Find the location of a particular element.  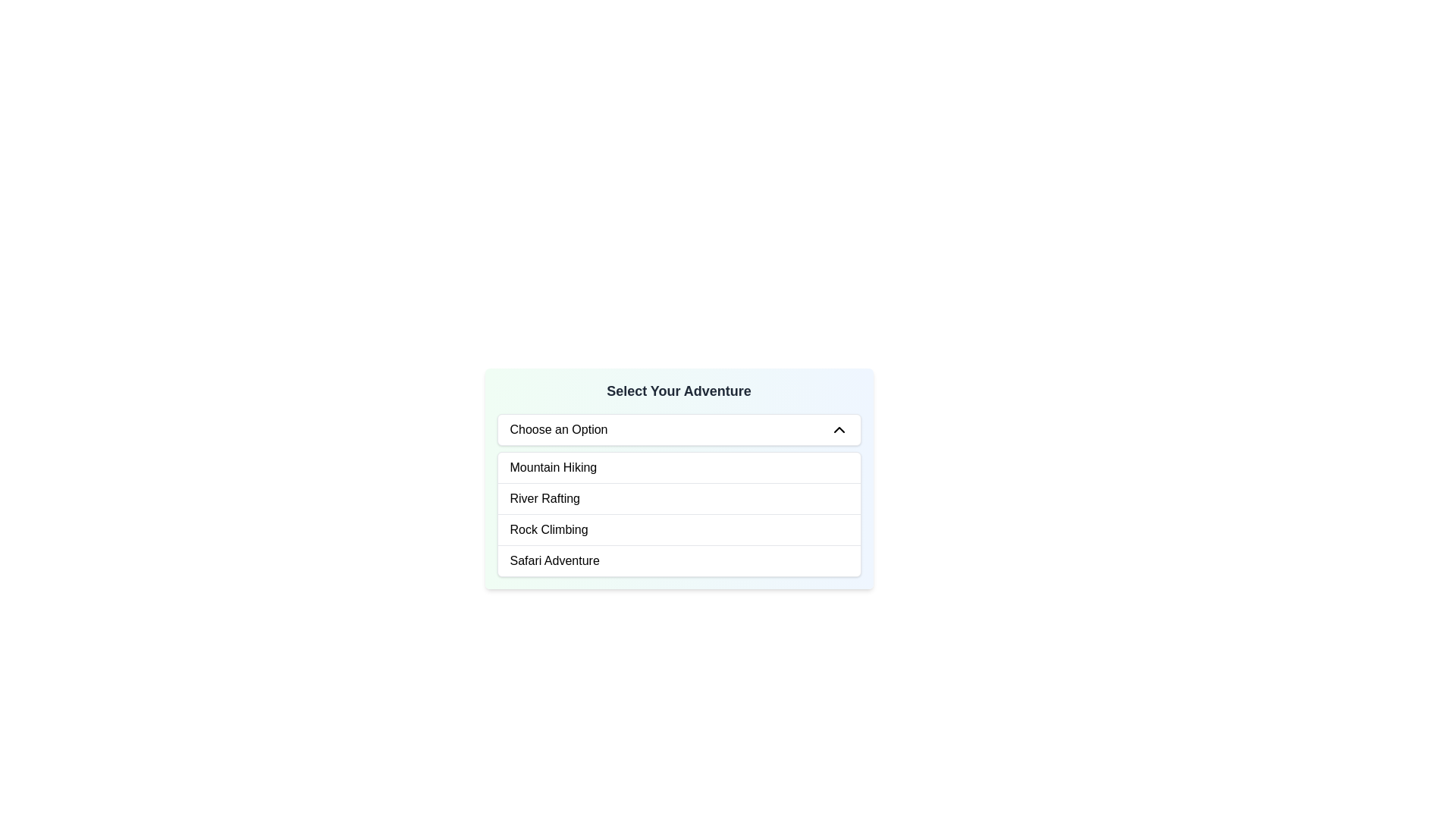

the chevron icon used as a dropdown toggle in the 'Choose an Option' section is located at coordinates (838, 430).